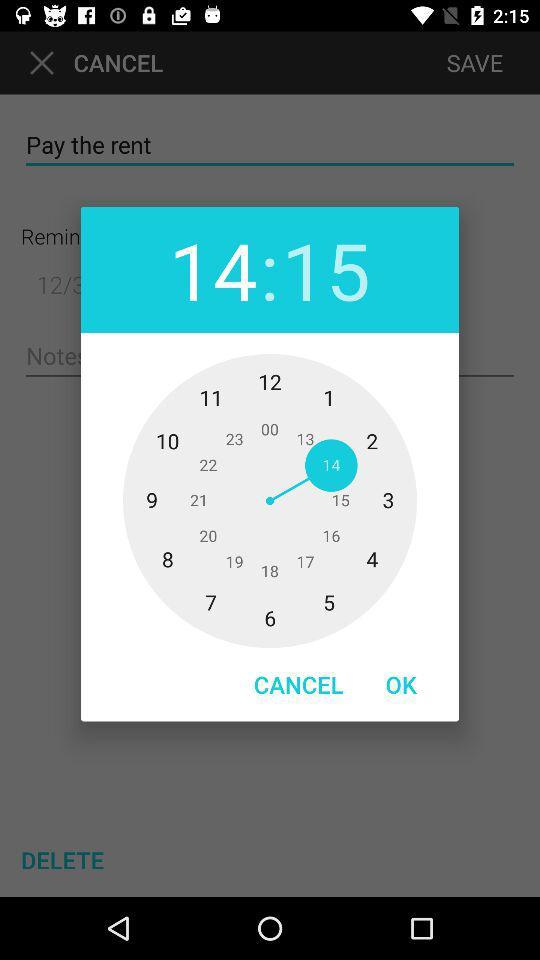 This screenshot has width=540, height=960. Describe the element at coordinates (297, 684) in the screenshot. I see `icon next to ok icon` at that location.